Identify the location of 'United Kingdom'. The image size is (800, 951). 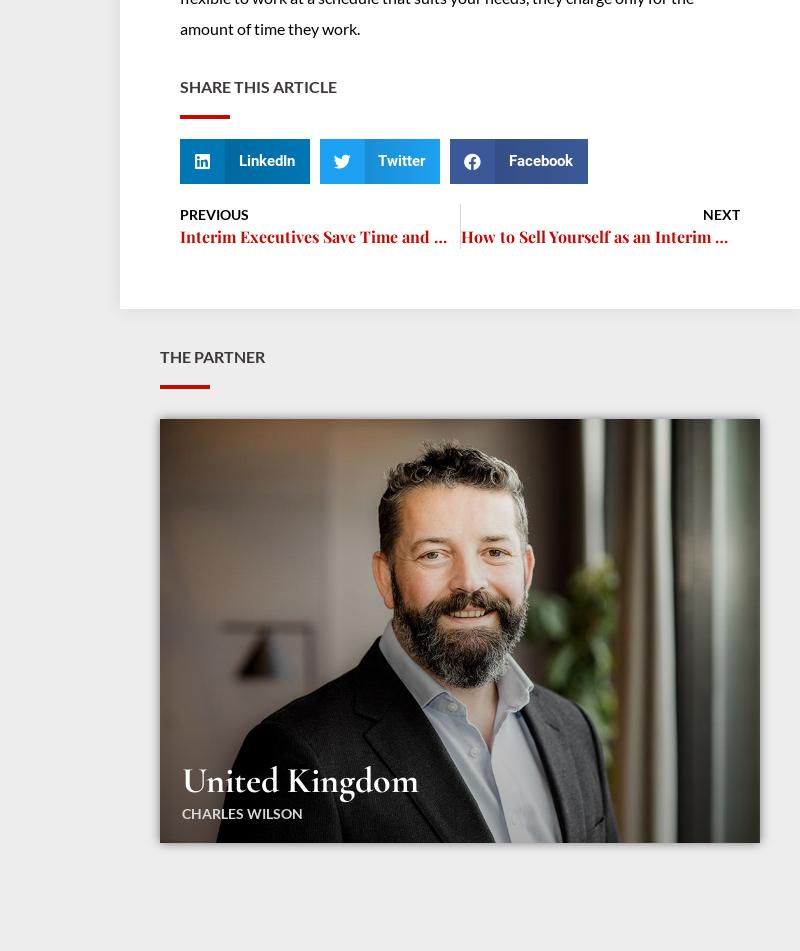
(300, 778).